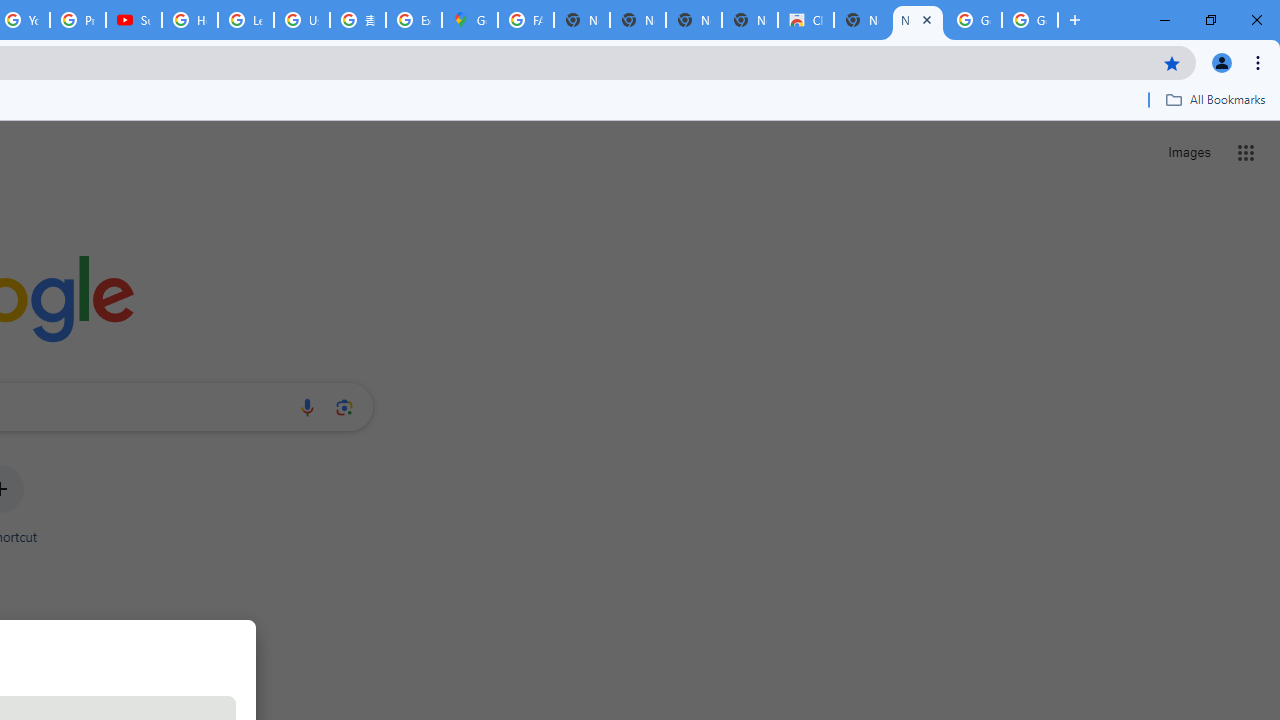 The height and width of the screenshot is (720, 1280). I want to click on 'New Tab', so click(916, 20).